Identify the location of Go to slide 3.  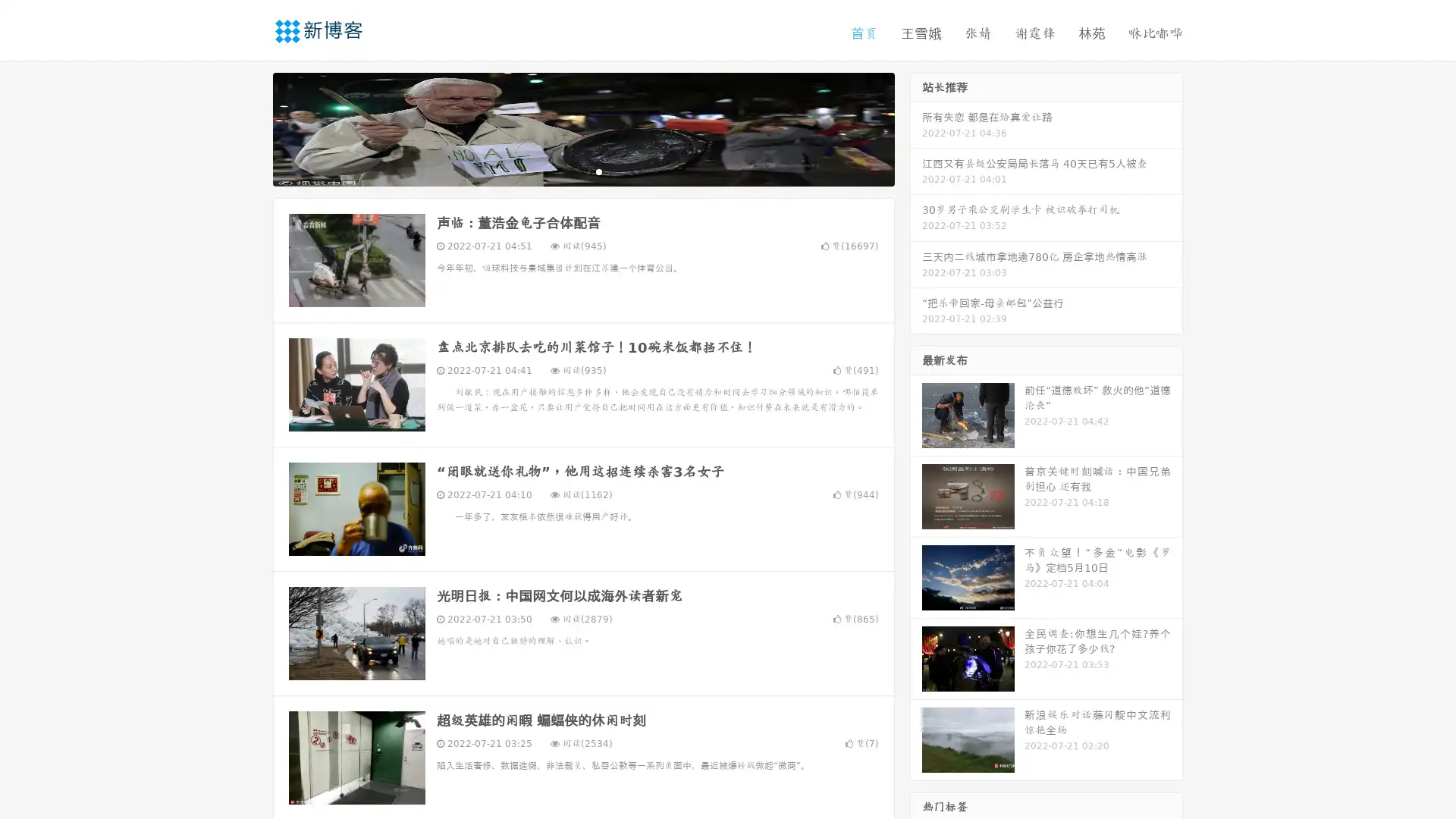
(598, 171).